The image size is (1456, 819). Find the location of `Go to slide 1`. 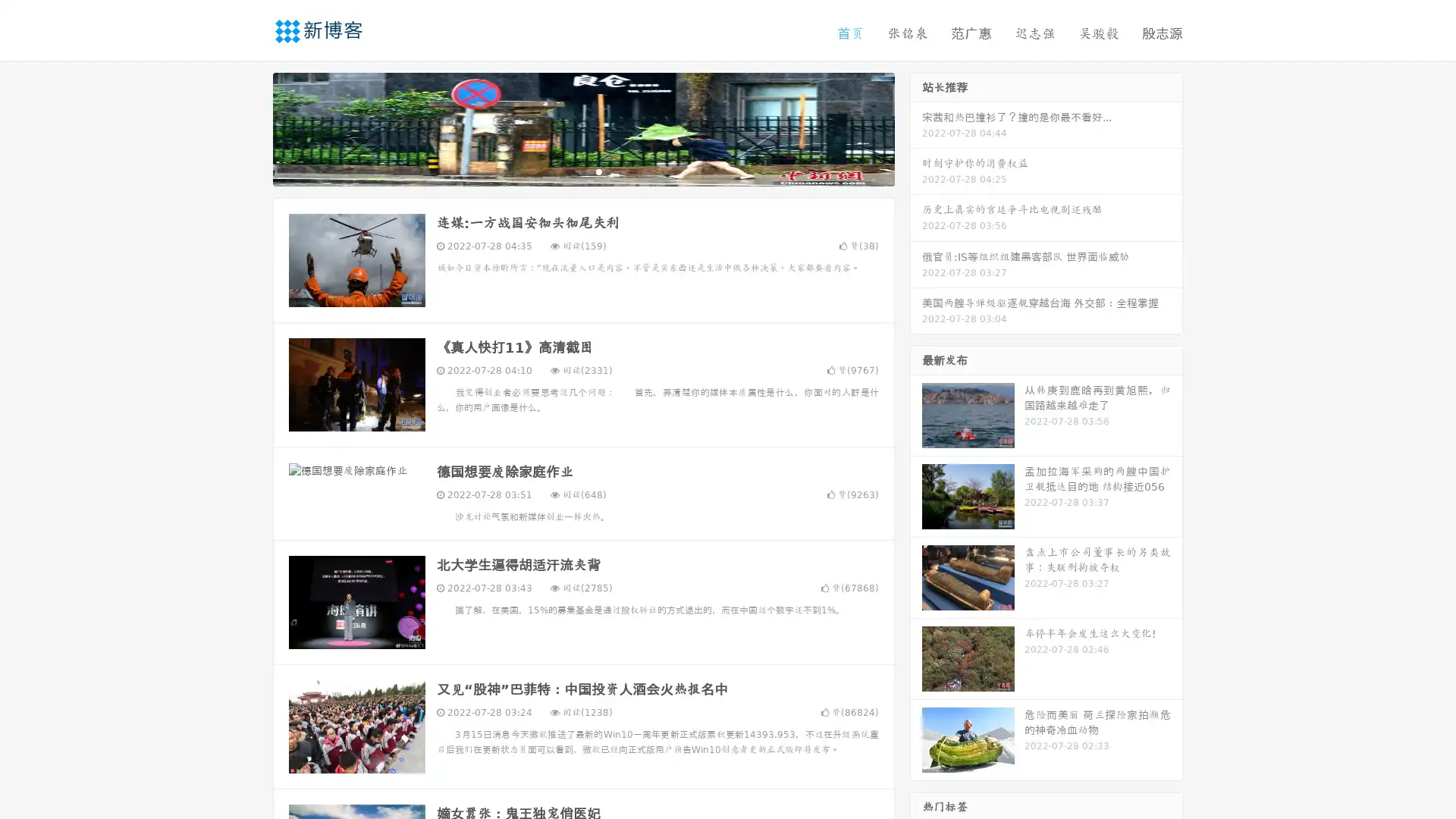

Go to slide 1 is located at coordinates (567, 171).